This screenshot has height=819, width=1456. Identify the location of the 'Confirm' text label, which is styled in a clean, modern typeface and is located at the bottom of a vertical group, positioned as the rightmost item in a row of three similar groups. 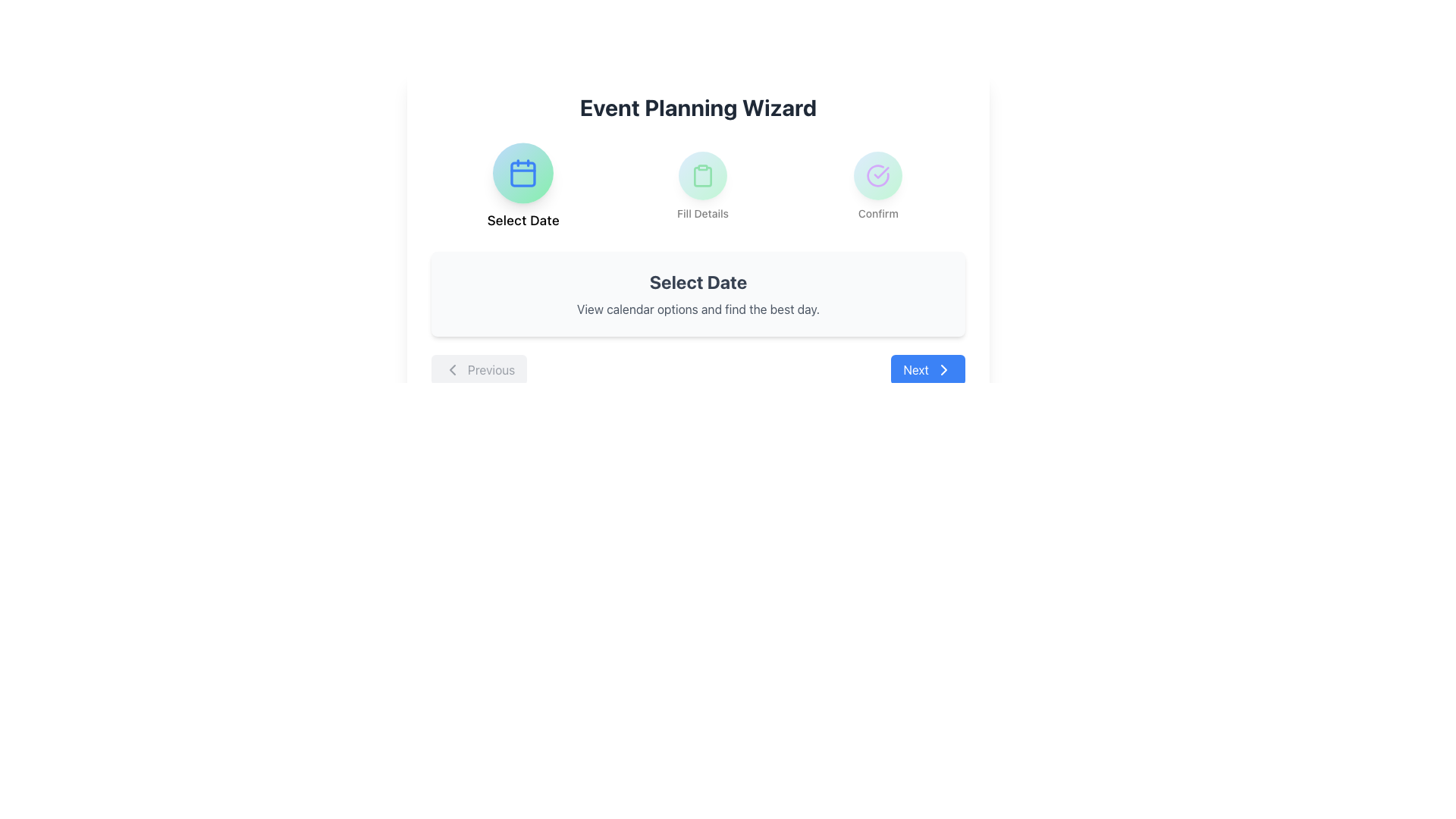
(878, 213).